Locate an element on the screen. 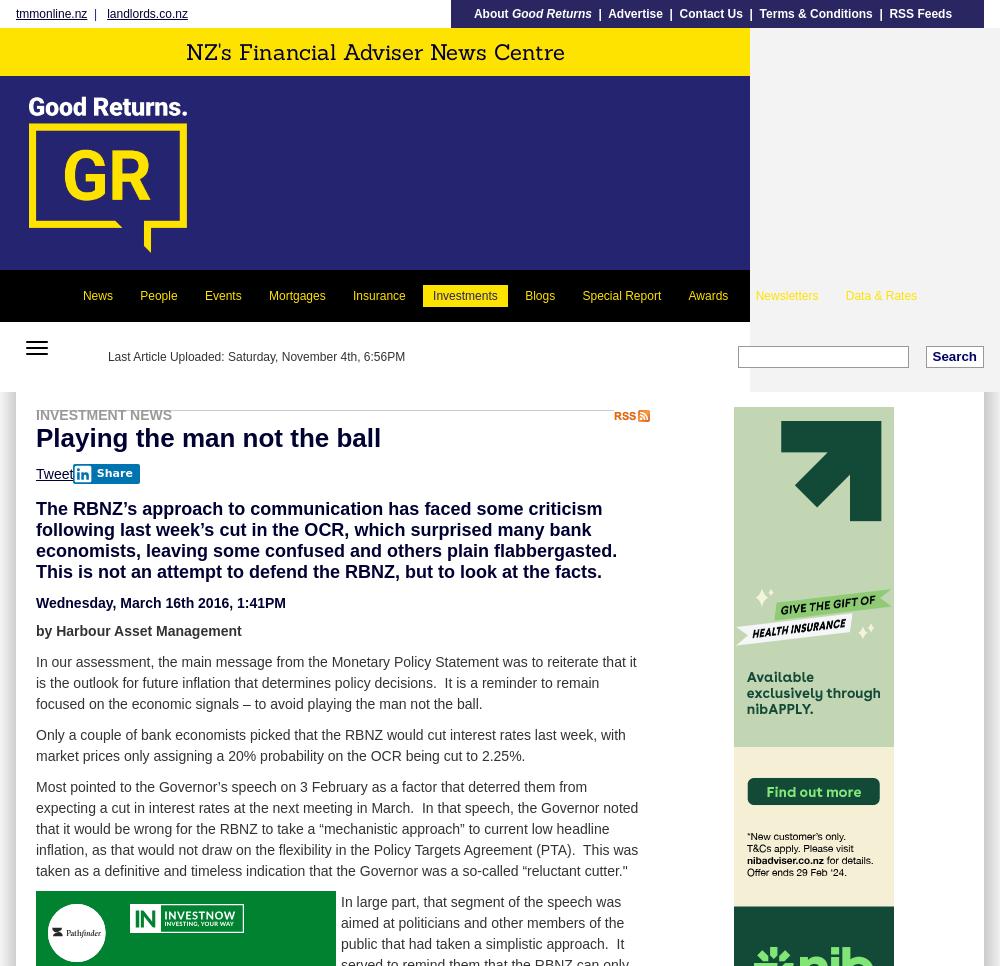  'Terms & Conditions' is located at coordinates (814, 13).